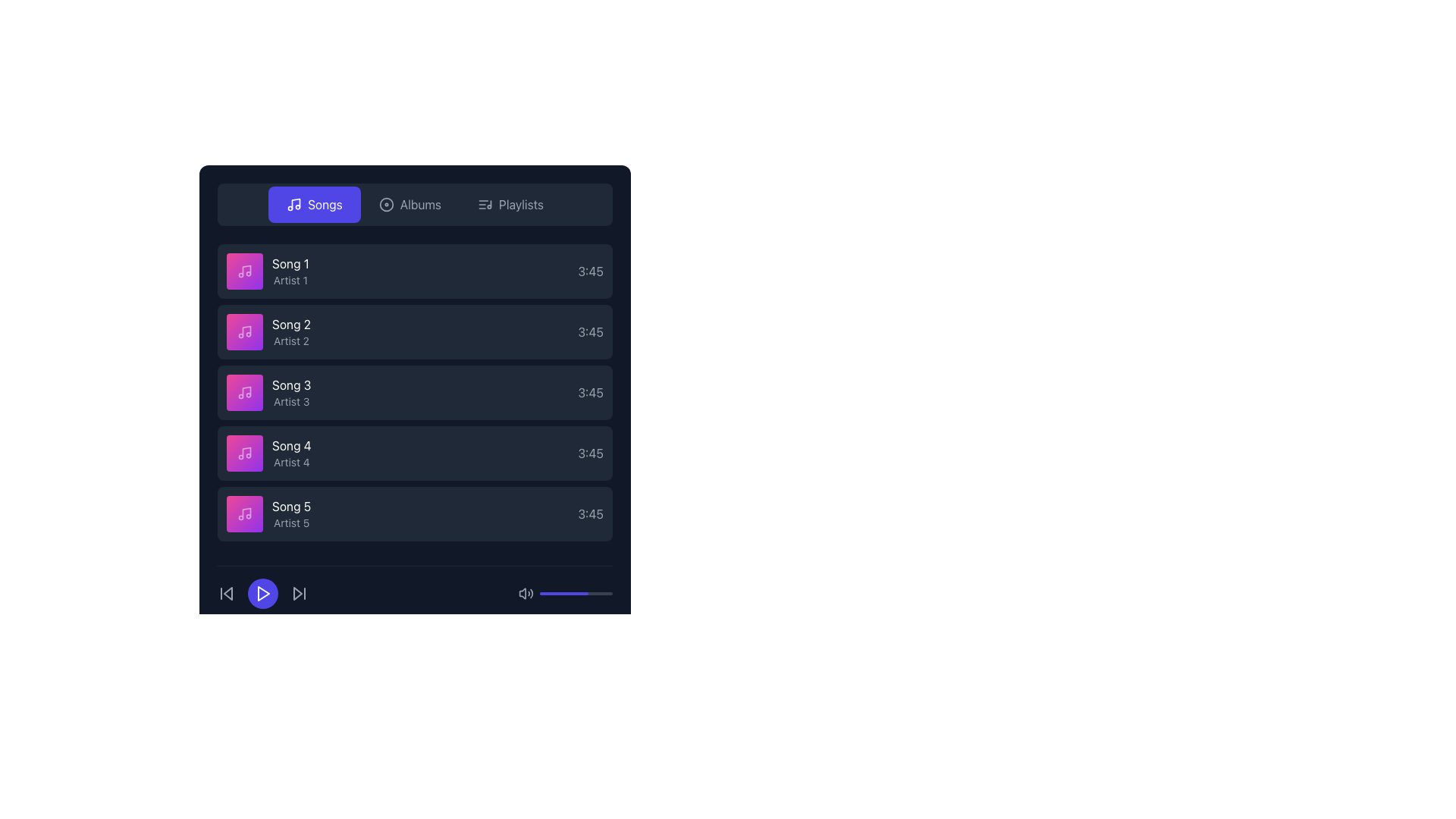 The height and width of the screenshot is (819, 1456). I want to click on the volume, so click(557, 593).